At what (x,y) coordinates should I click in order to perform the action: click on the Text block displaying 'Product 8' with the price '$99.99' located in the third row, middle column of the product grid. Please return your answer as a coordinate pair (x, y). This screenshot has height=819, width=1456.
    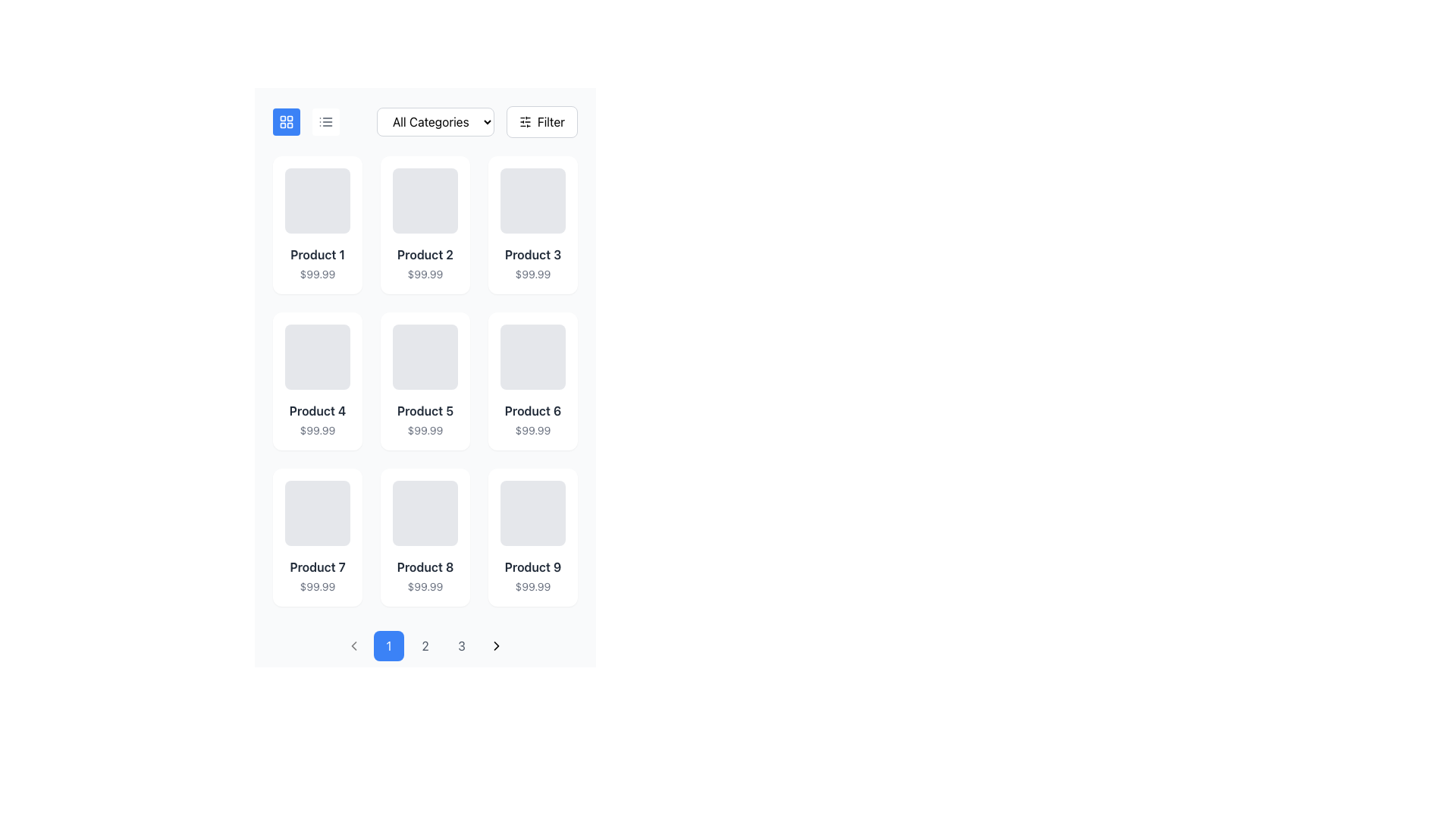
    Looking at the image, I should click on (425, 576).